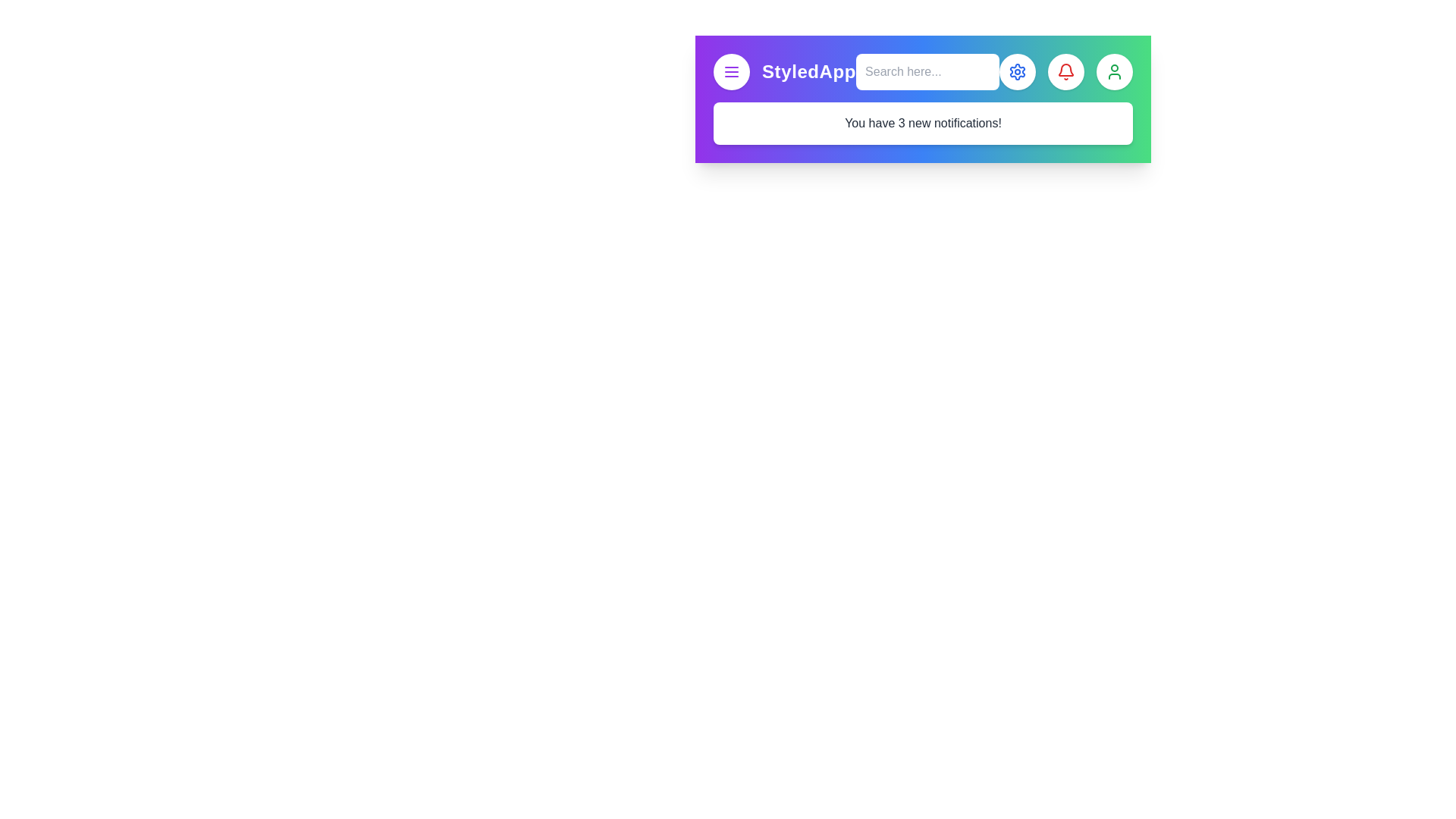 This screenshot has height=819, width=1456. Describe the element at coordinates (731, 72) in the screenshot. I see `the element with Menu Button to display its tooltip or effect` at that location.